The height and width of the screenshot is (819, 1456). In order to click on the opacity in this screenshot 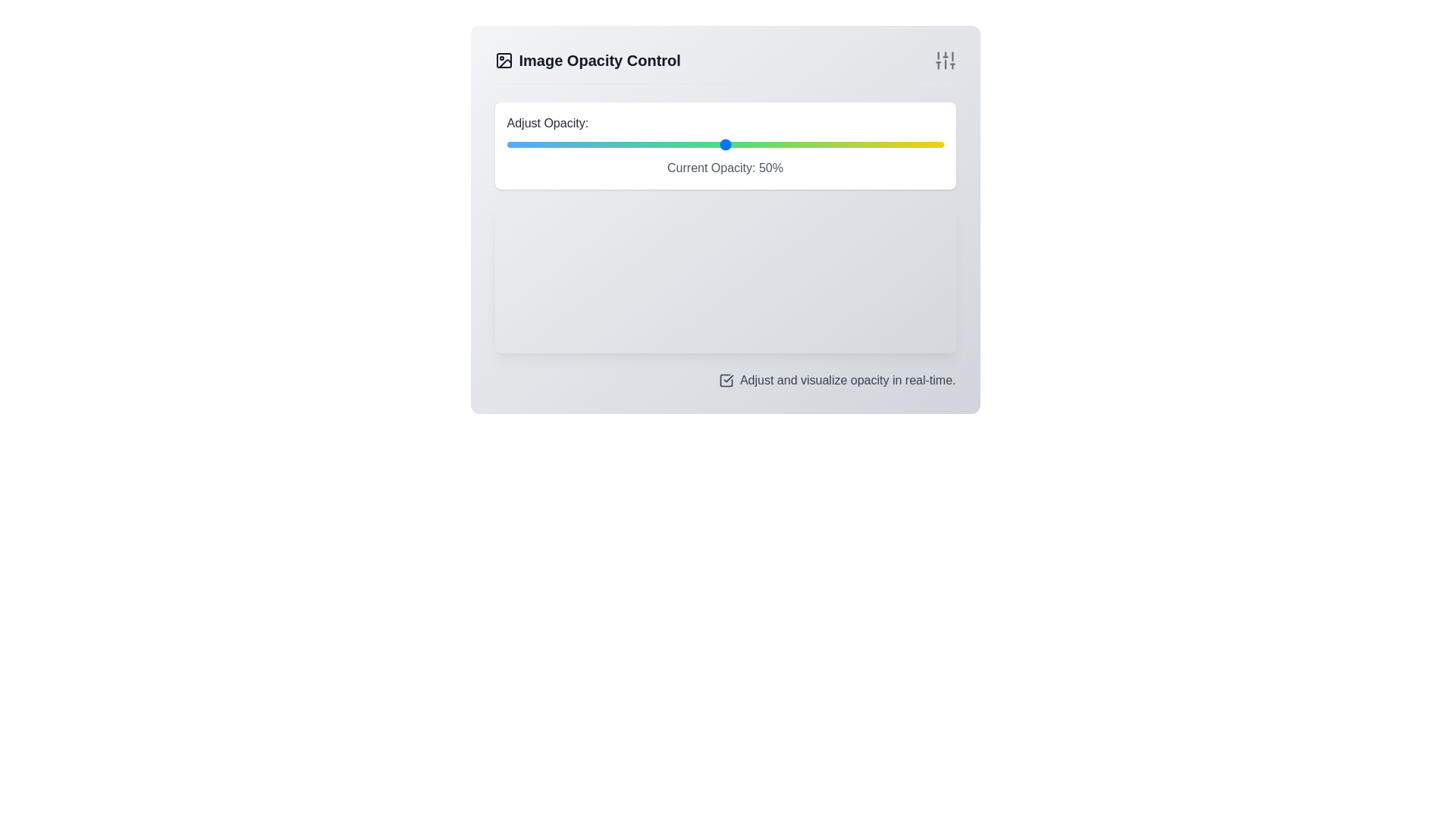, I will do `click(811, 145)`.